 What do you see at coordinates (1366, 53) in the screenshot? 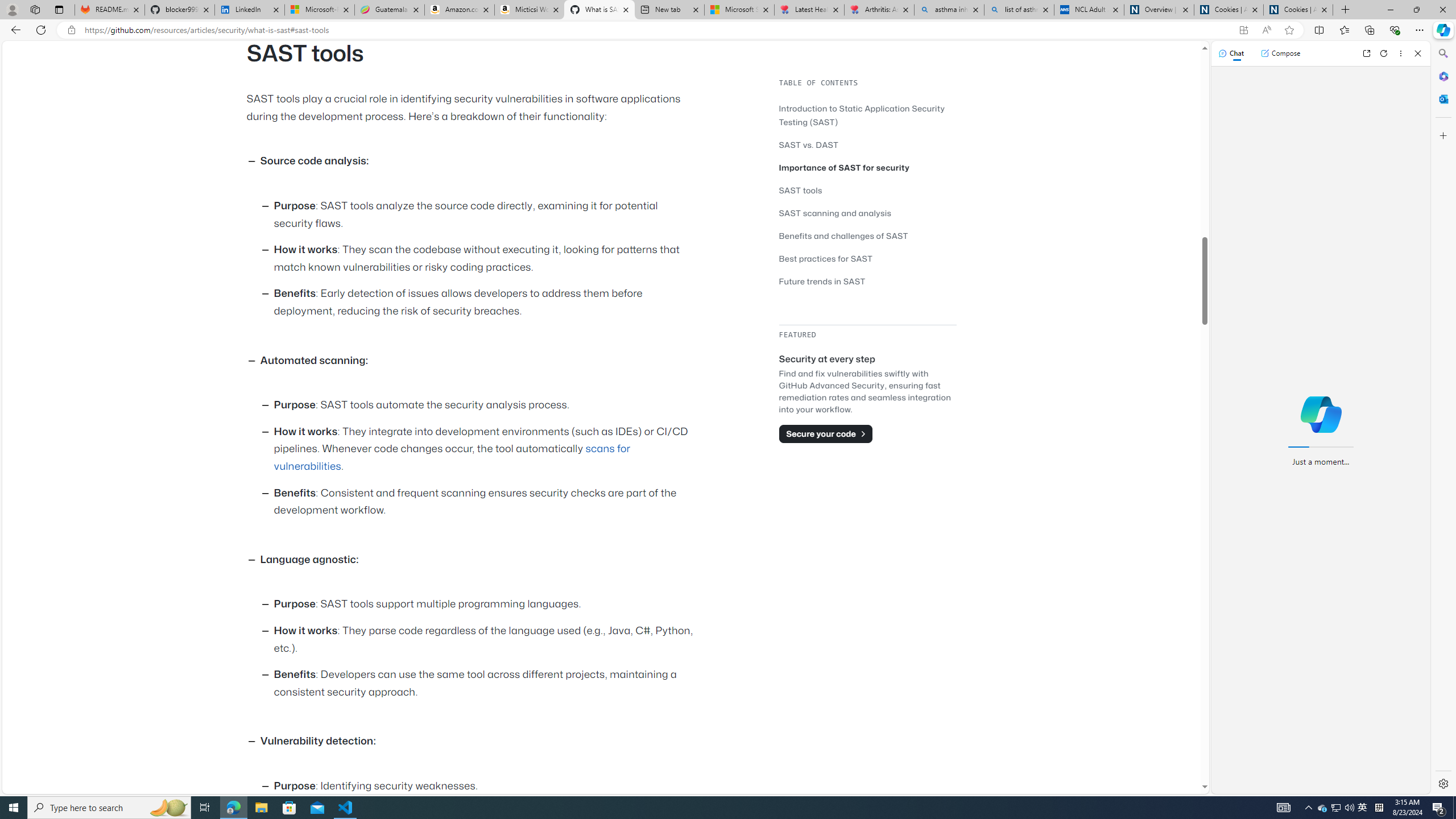
I see `'Open link in new tab'` at bounding box center [1366, 53].